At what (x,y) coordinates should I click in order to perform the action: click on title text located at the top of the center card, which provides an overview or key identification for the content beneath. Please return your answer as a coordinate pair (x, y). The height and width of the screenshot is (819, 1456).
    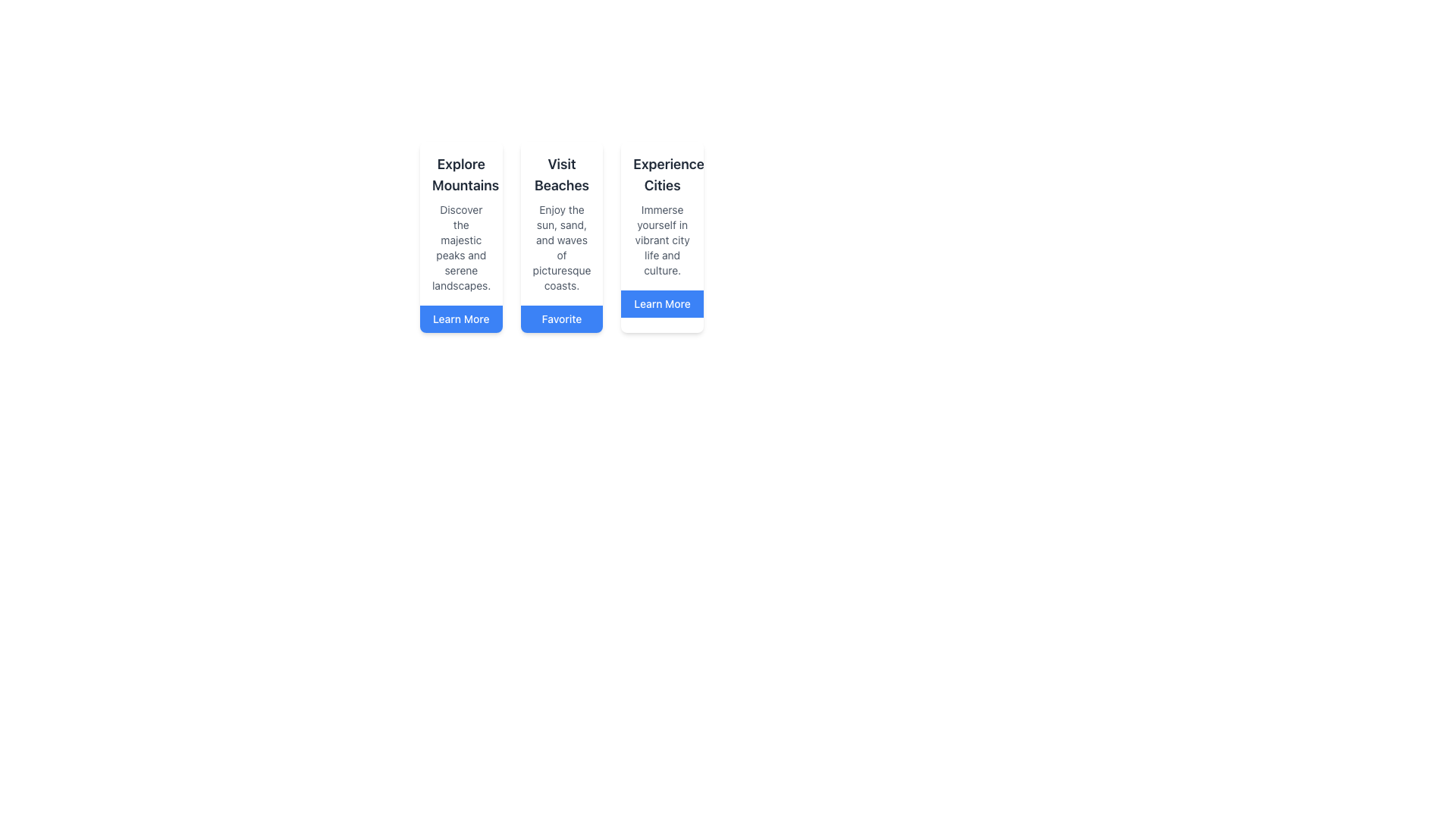
    Looking at the image, I should click on (560, 174).